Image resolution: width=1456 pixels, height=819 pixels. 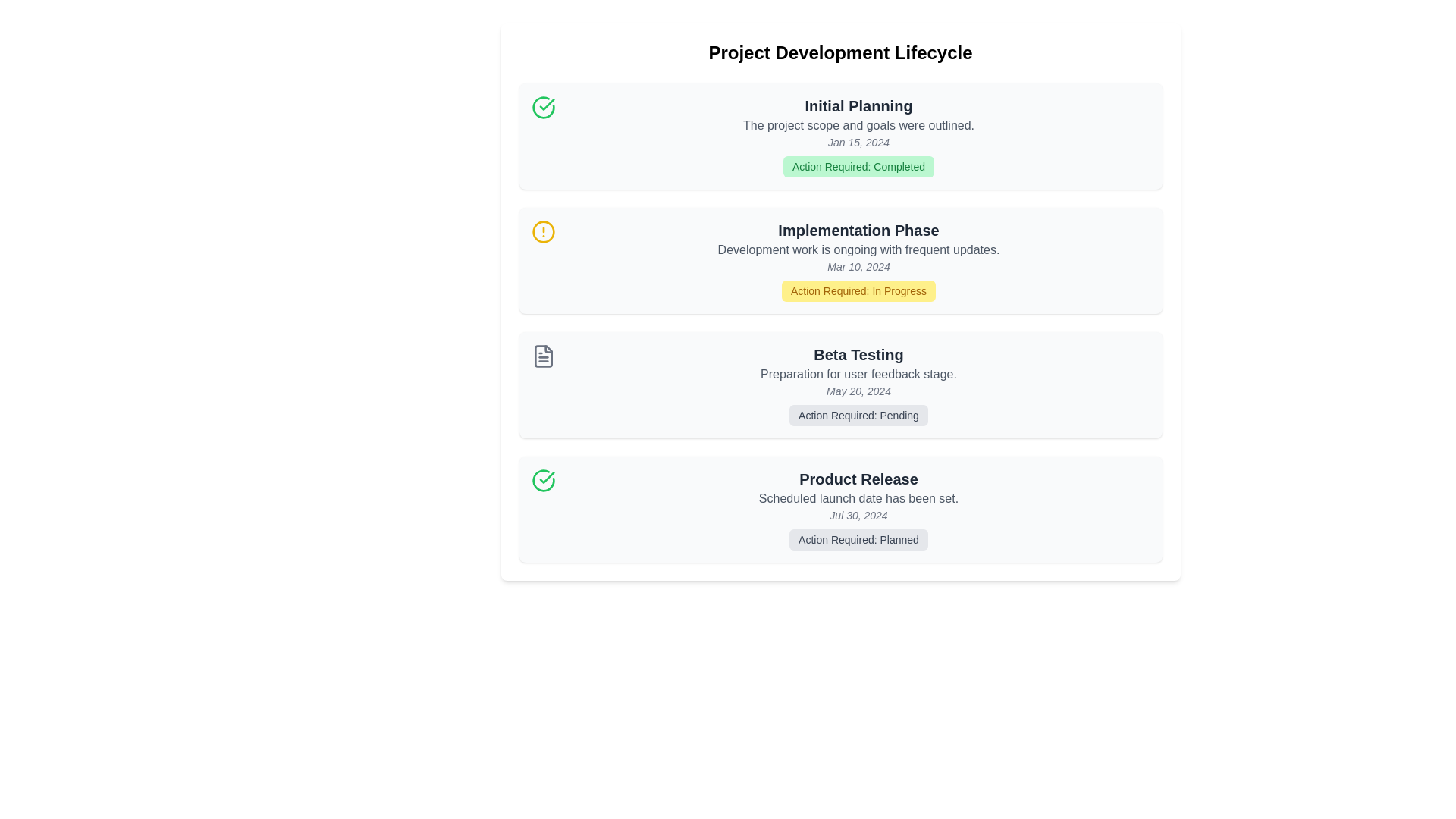 I want to click on the static text displaying 'Mar 10, 2024', which is located below the description 'Development work is ongoing with frequent updates.' and above the yellow tag labeled 'Action Required: In Progress.', so click(x=858, y=265).